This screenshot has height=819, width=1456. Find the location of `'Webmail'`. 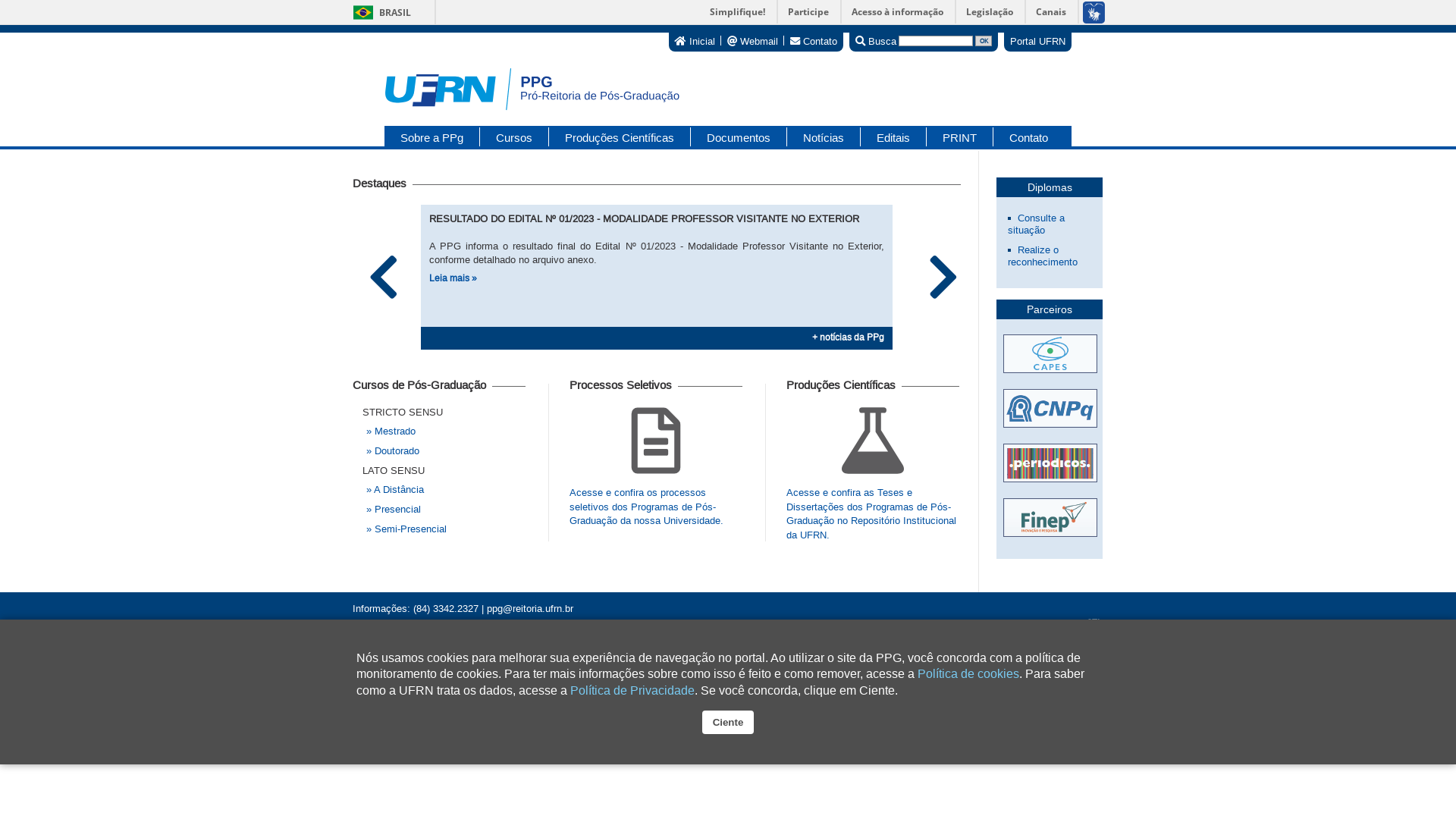

'Webmail' is located at coordinates (752, 39).